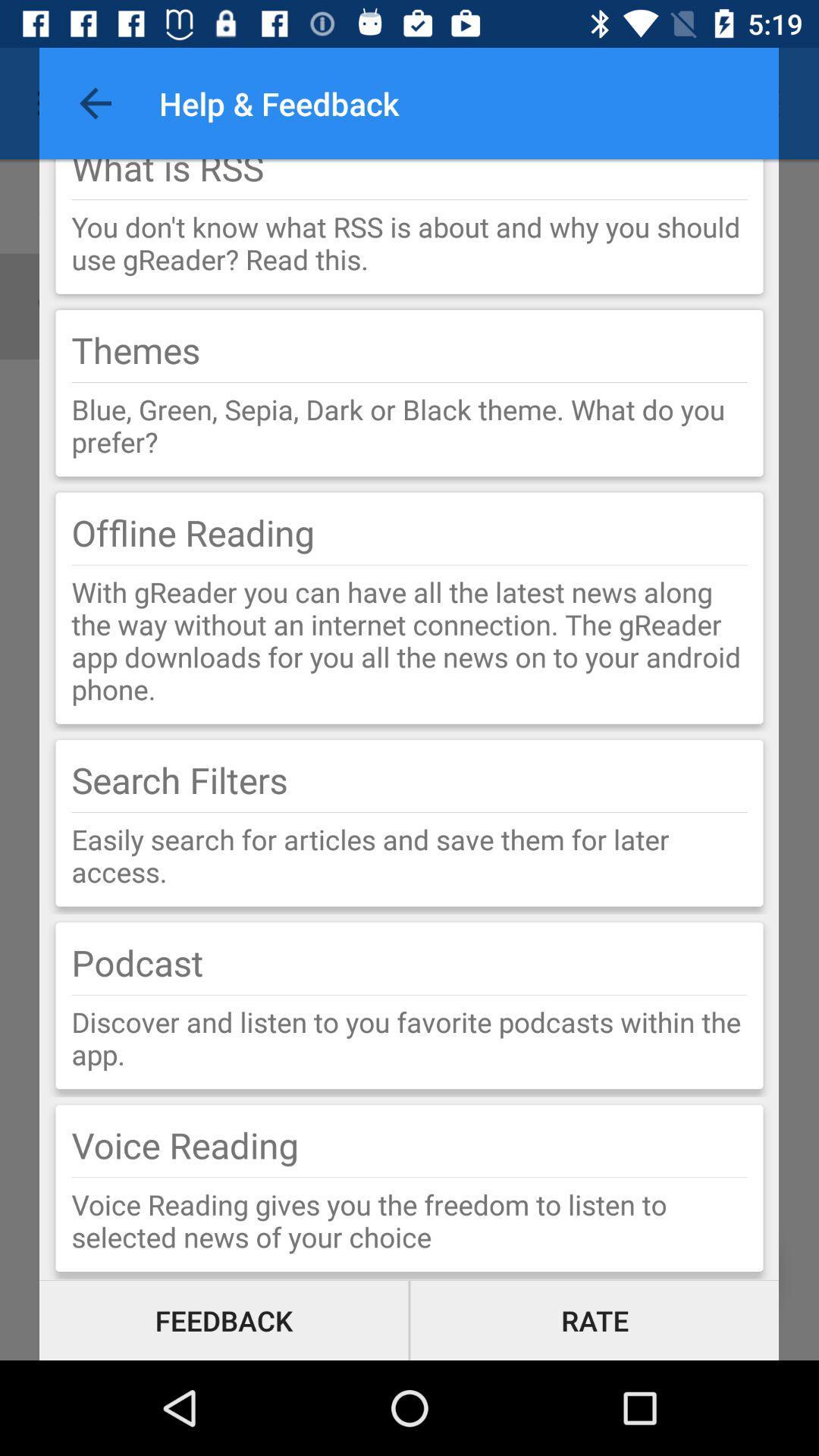 The width and height of the screenshot is (819, 1456). Describe the element at coordinates (96, 102) in the screenshot. I see `the icon above the what is rss icon` at that location.